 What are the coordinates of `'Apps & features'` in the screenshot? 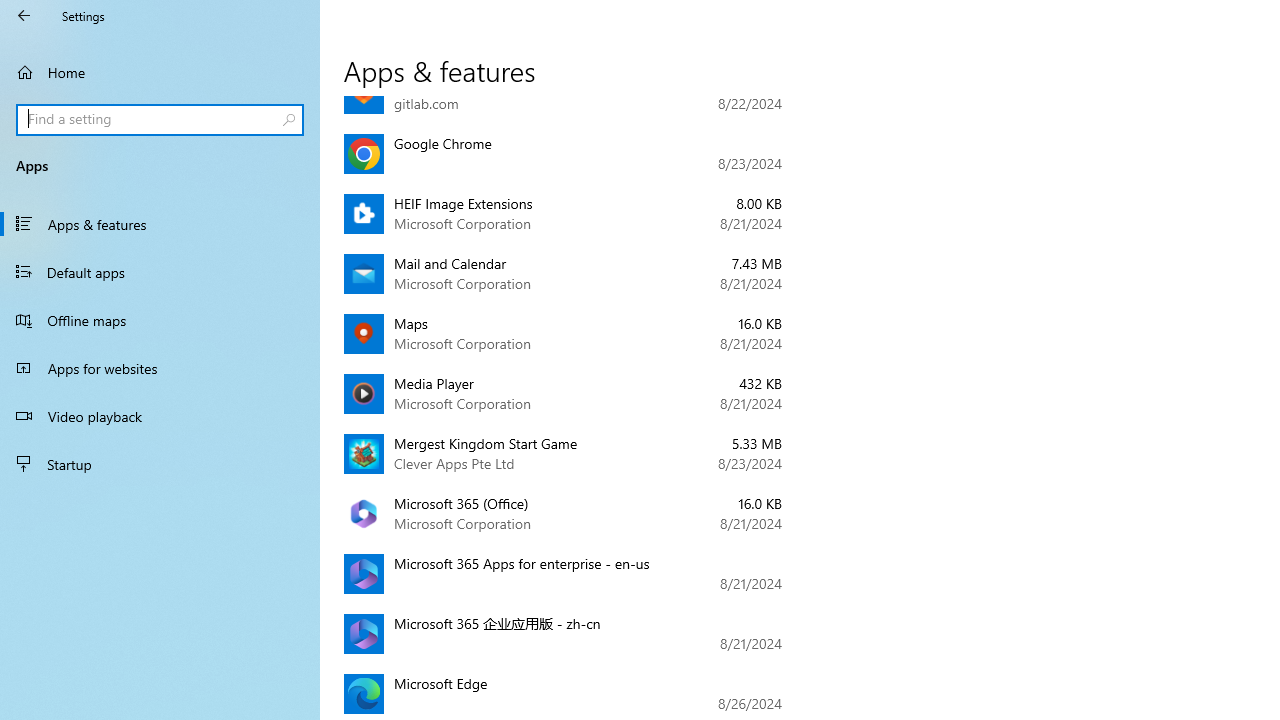 It's located at (160, 223).